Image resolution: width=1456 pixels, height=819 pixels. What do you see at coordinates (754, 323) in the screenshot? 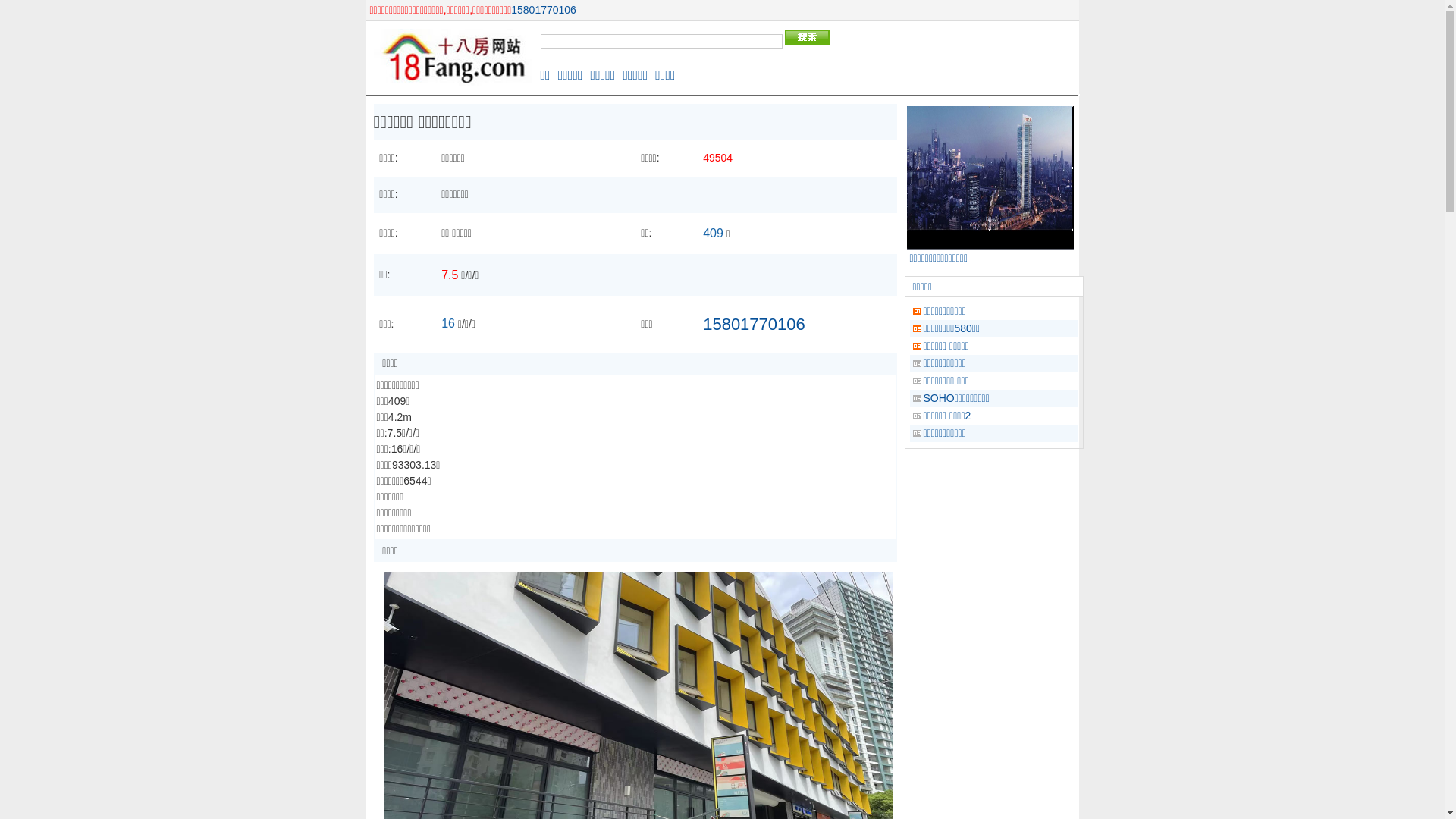
I see `'15801770106'` at bounding box center [754, 323].